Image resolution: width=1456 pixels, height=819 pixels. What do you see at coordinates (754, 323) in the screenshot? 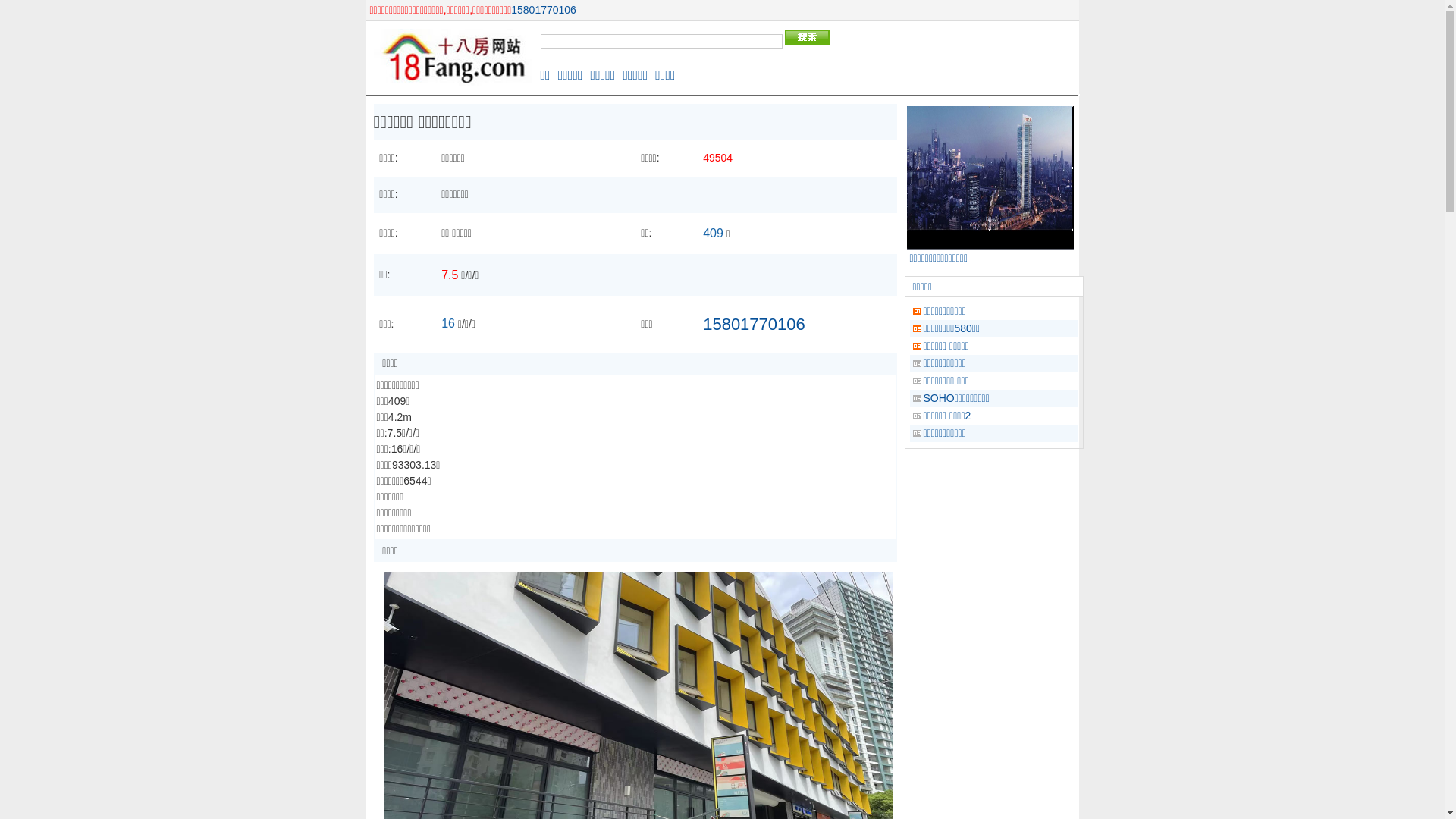
I see `'15801770106'` at bounding box center [754, 323].